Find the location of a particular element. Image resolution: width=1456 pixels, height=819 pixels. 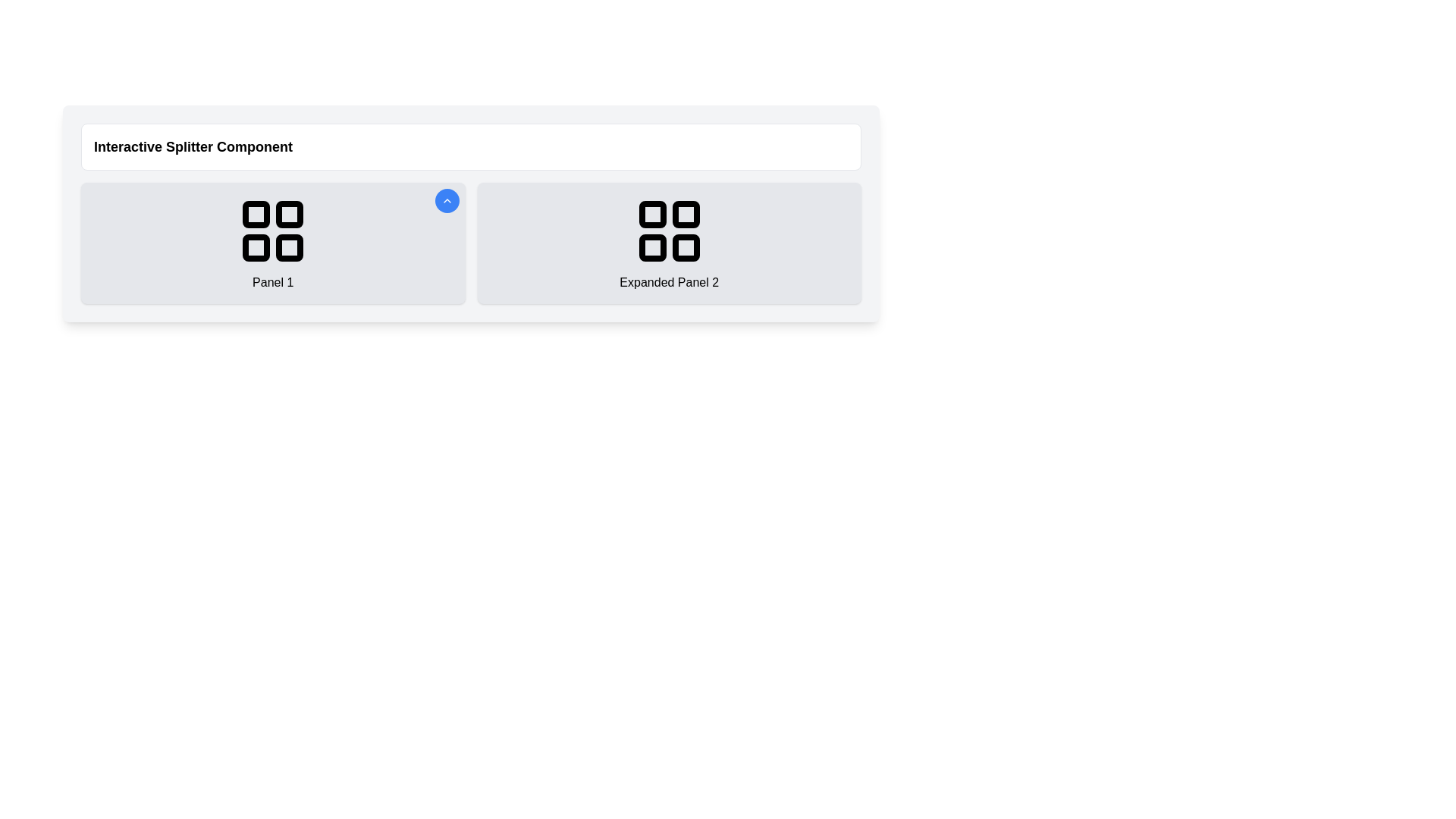

the top-left grid cell in the 2x2 grid layout within the 'Expanded Panel 2' region is located at coordinates (652, 214).